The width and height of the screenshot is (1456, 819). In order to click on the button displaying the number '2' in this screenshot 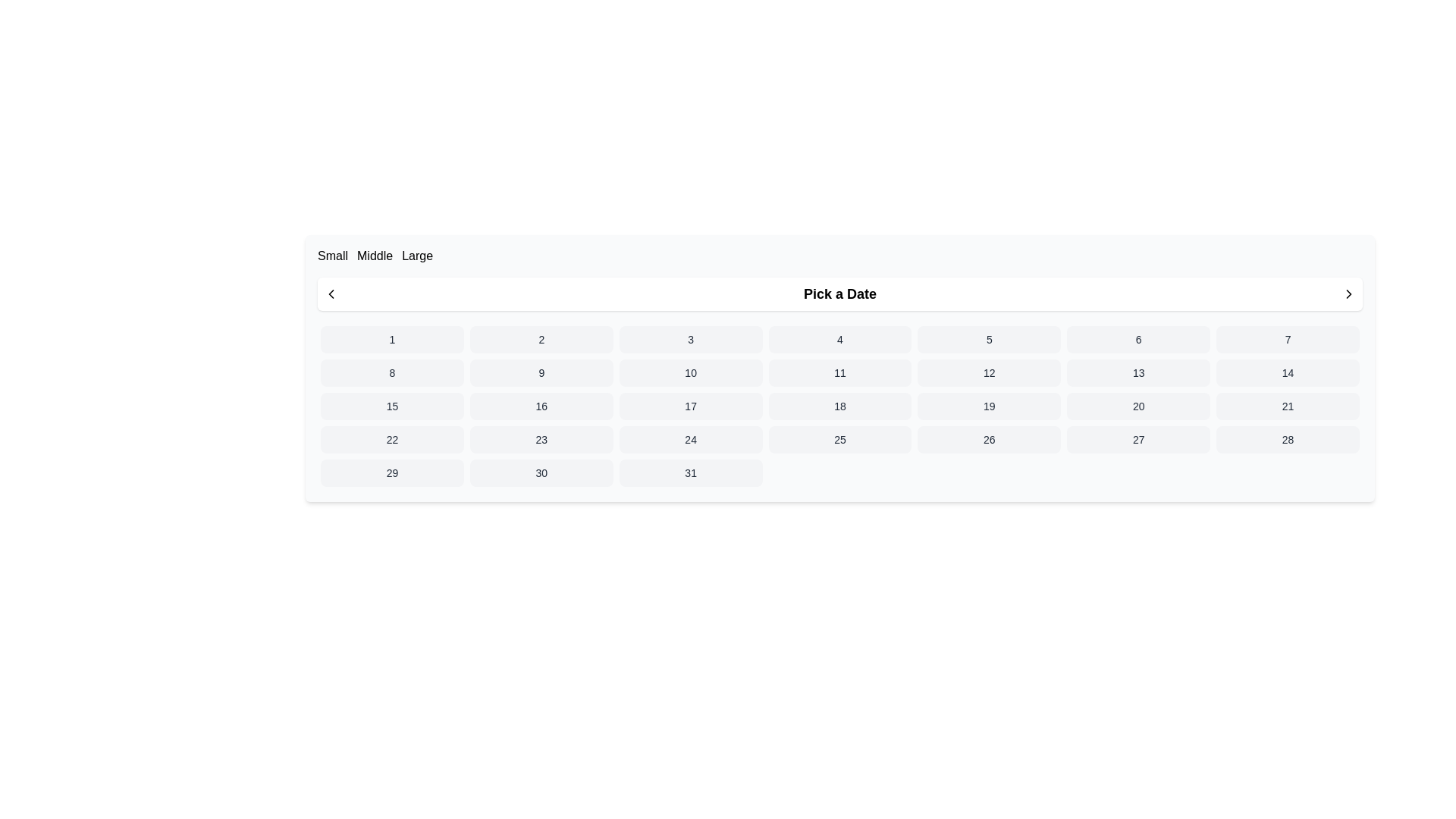, I will do `click(541, 338)`.